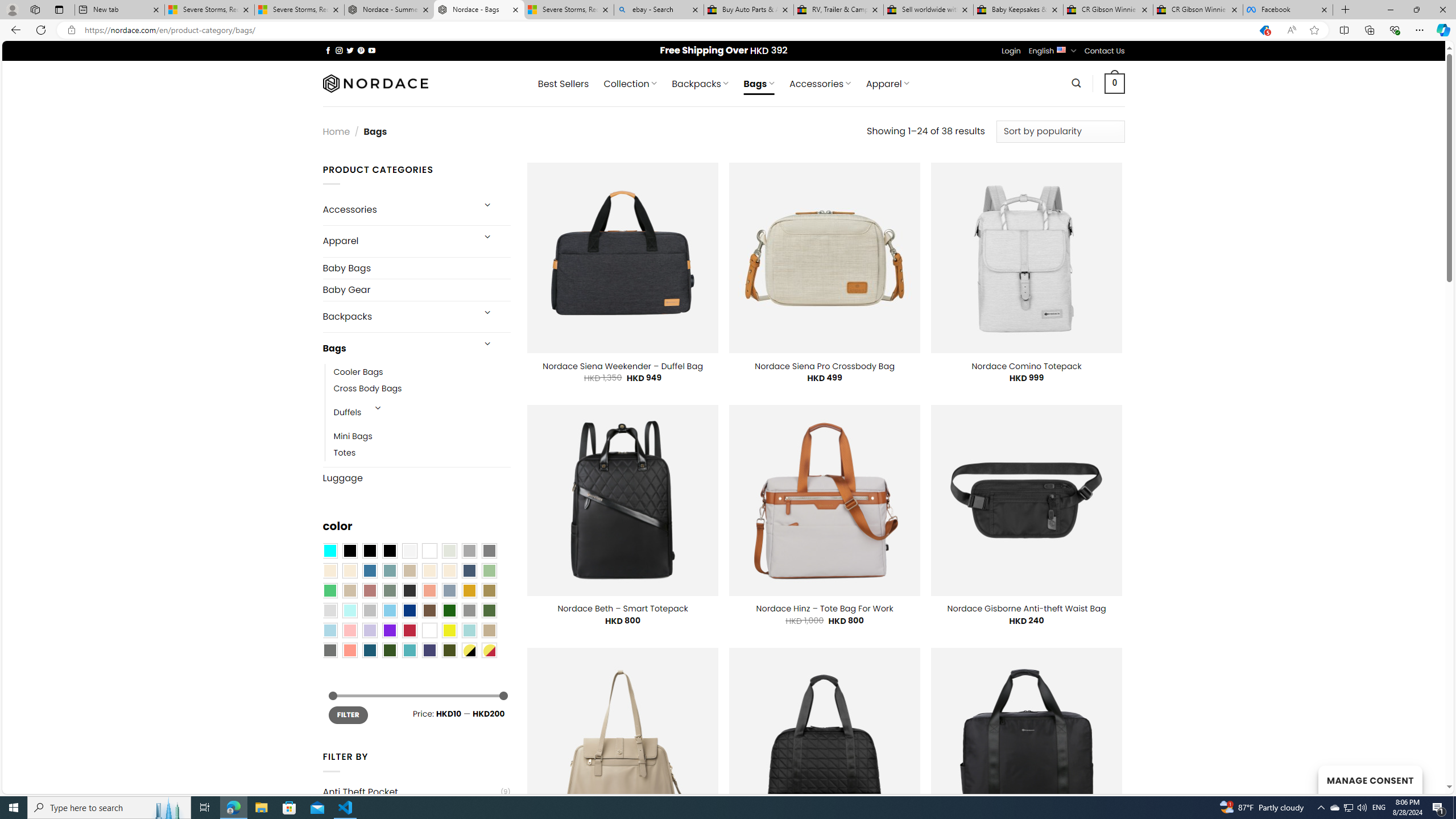 This screenshot has height=819, width=1456. I want to click on 'Pearly White', so click(408, 551).